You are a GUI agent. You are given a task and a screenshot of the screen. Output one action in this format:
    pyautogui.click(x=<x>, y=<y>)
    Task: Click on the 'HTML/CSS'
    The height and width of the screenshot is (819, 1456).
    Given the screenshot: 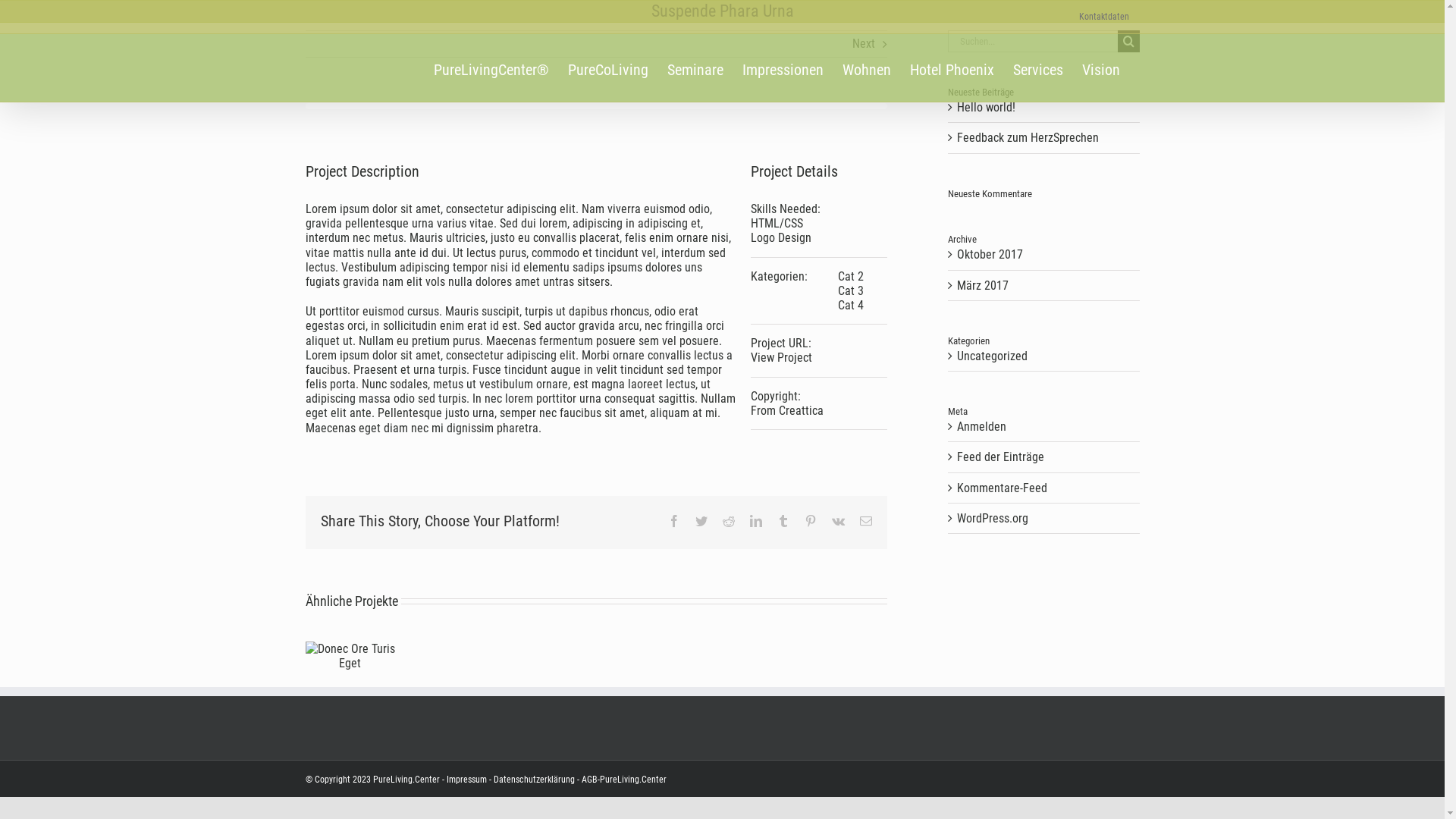 What is the action you would take?
    pyautogui.click(x=777, y=223)
    